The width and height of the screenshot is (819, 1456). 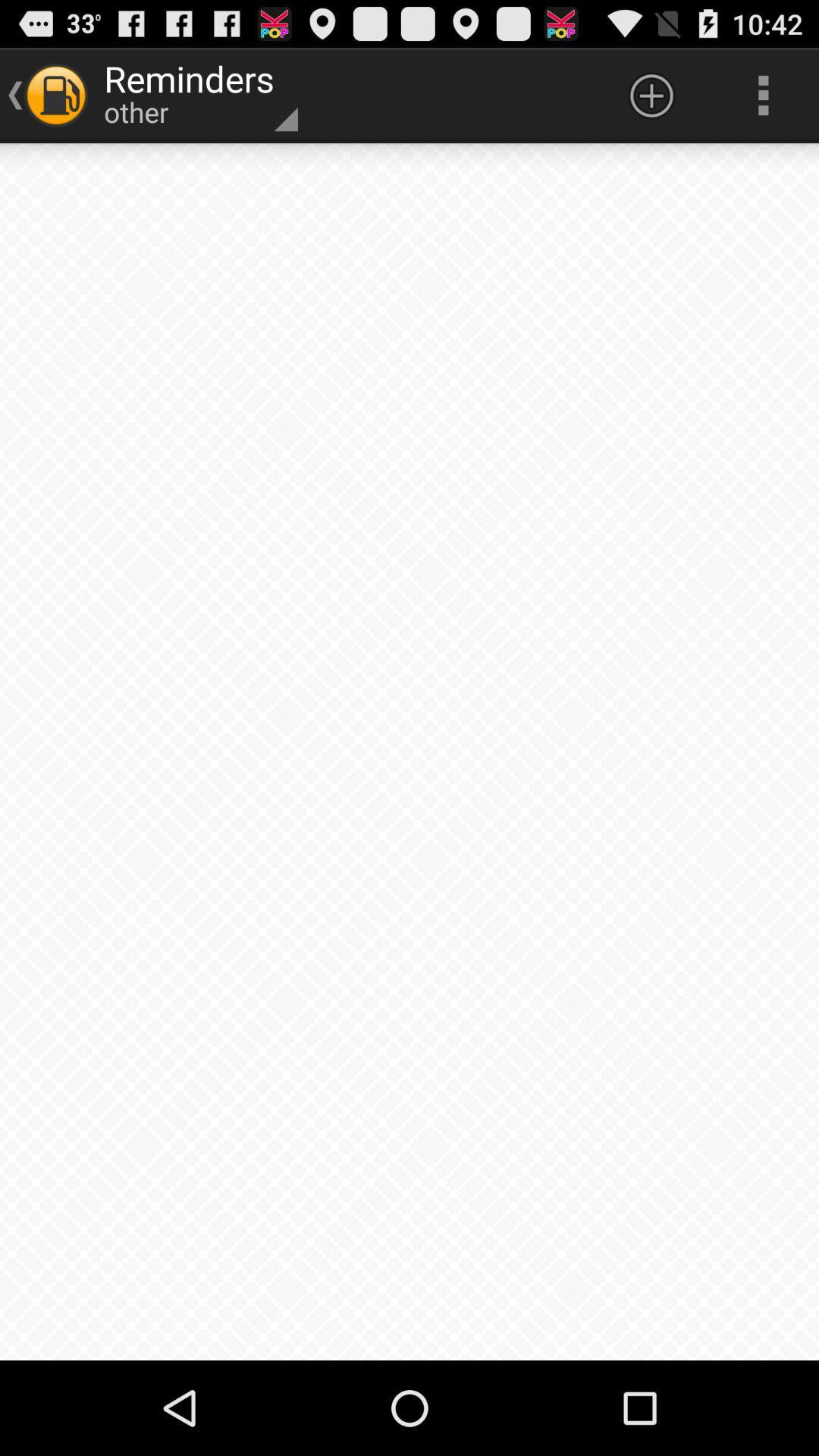 What do you see at coordinates (651, 94) in the screenshot?
I see `the app to the right of reminders` at bounding box center [651, 94].